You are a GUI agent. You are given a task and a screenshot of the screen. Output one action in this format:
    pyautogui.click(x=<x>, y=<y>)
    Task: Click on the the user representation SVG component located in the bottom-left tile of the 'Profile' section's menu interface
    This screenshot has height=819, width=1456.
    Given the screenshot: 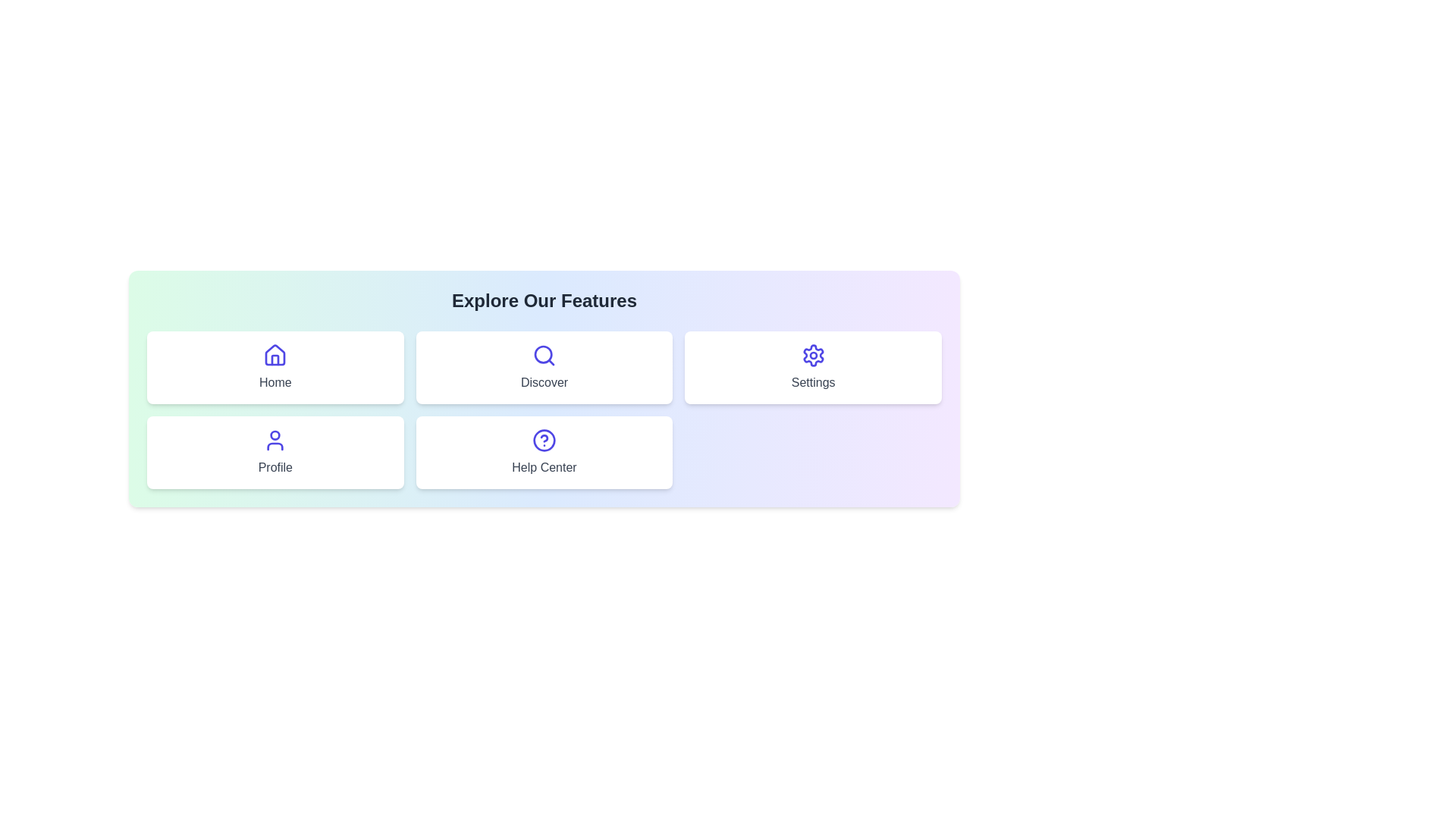 What is the action you would take?
    pyautogui.click(x=275, y=435)
    